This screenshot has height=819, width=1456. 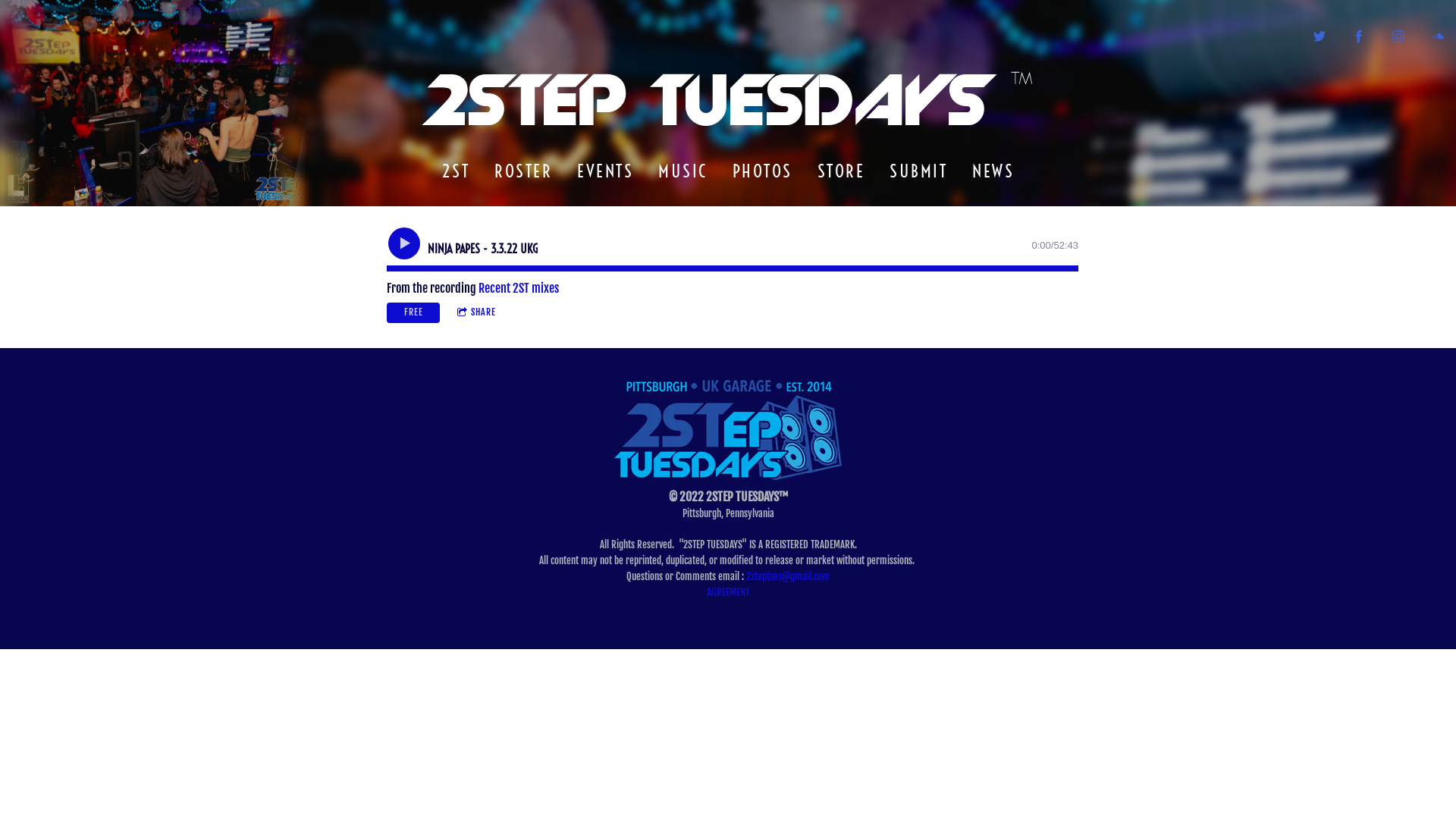 I want to click on 'STORE', so click(x=839, y=170).